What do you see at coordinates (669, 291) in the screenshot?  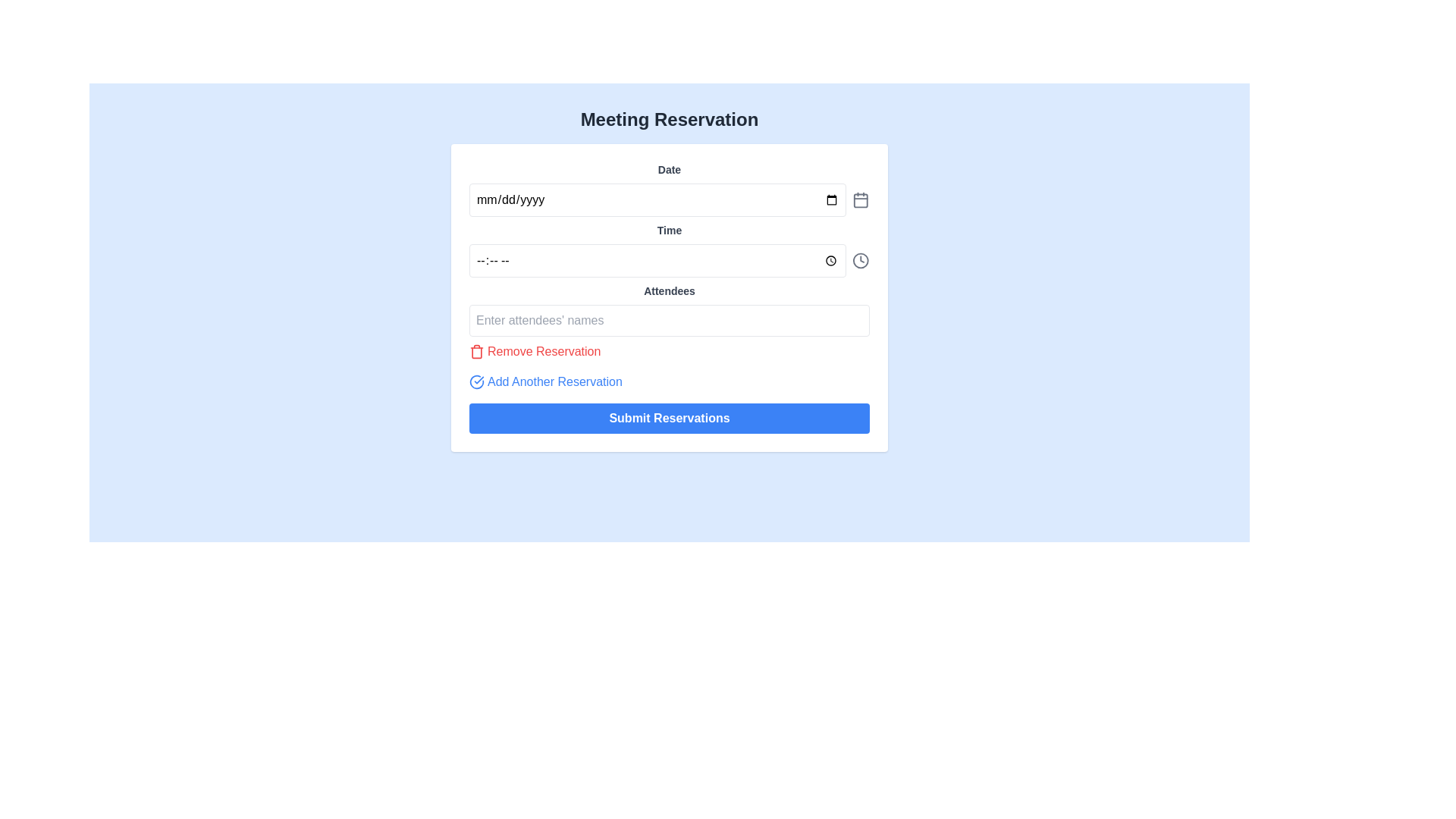 I see `the 'Attendees' label, which is styled with a smaller font size and bolded text, positioned below the 'Time' label and above the text input field for entering attendees' names` at bounding box center [669, 291].